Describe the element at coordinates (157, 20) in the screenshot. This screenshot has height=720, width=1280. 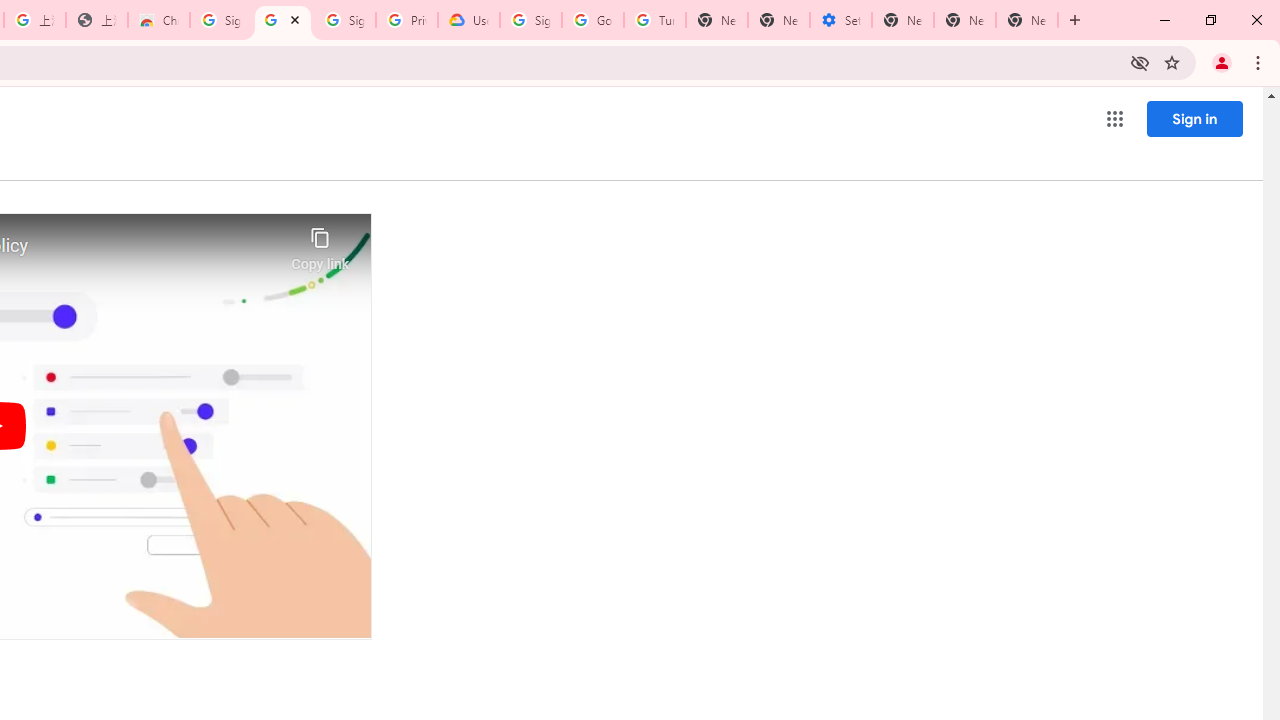
I see `'Chrome Web Store - Color themes by Chrome'` at that location.